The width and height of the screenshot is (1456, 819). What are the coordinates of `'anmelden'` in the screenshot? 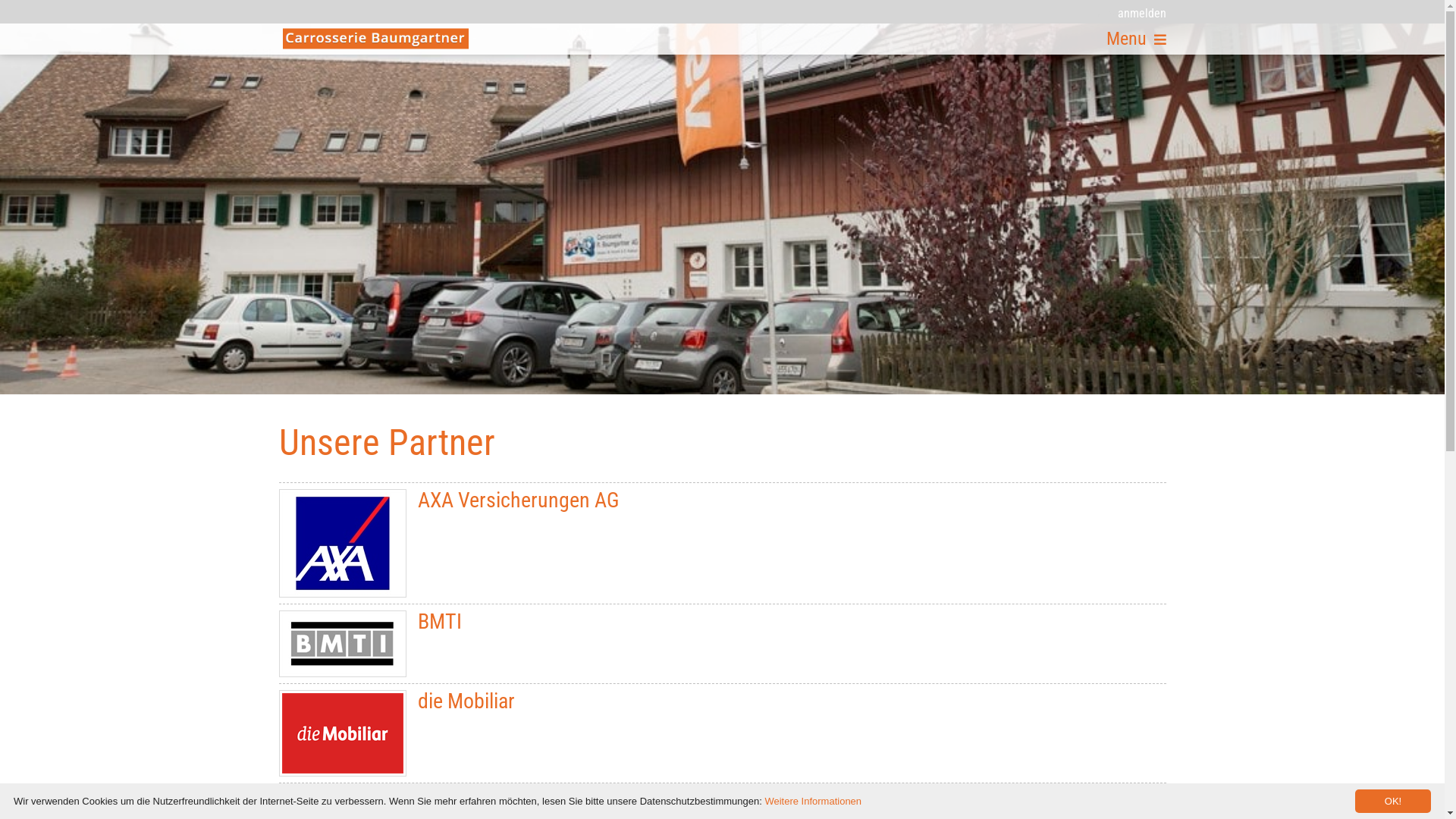 It's located at (1098, 12).